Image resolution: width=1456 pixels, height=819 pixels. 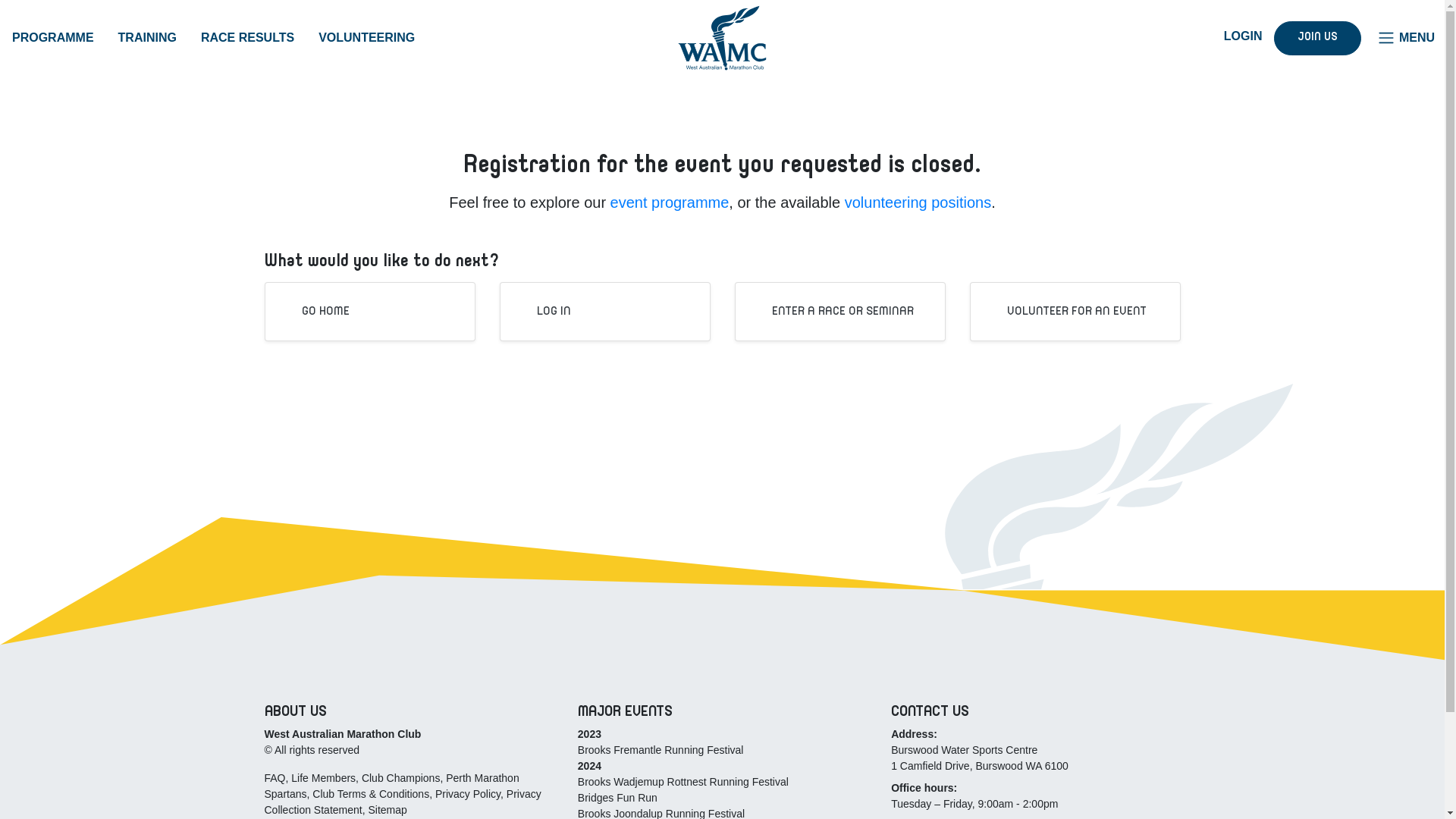 What do you see at coordinates (843, 201) in the screenshot?
I see `'volunteering positions'` at bounding box center [843, 201].